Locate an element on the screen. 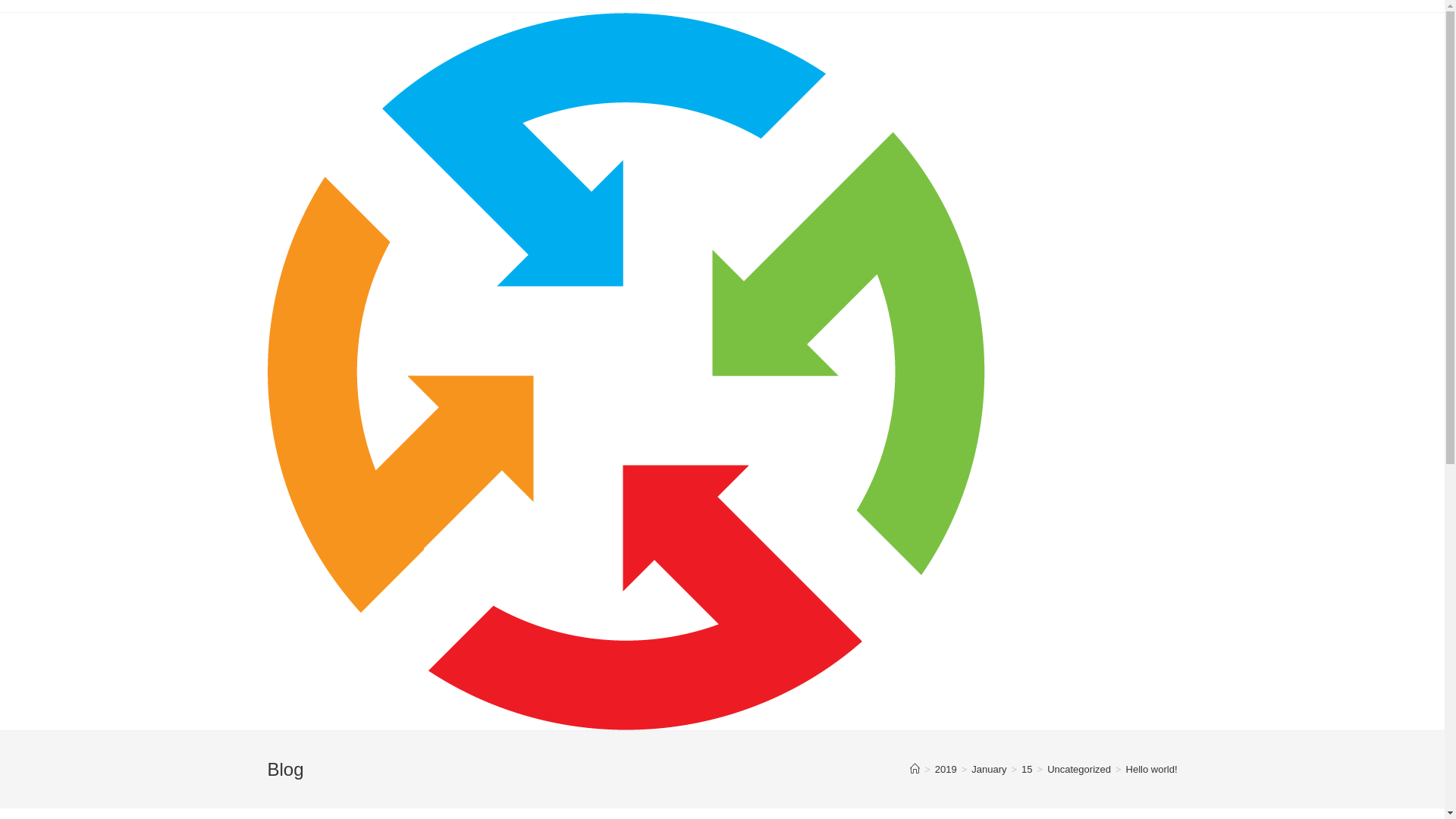 This screenshot has width=1456, height=819. '2019' is located at coordinates (945, 769).